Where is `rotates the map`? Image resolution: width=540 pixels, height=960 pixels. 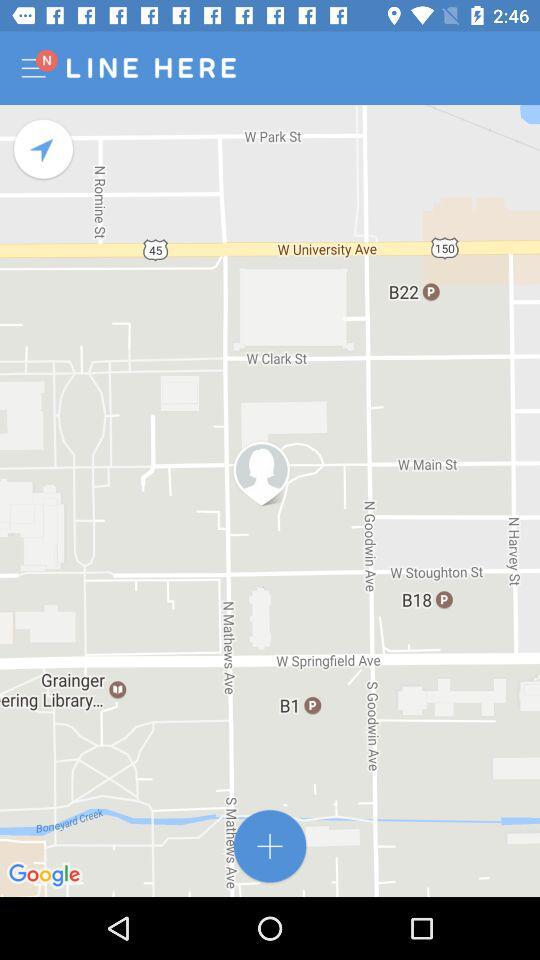 rotates the map is located at coordinates (44, 148).